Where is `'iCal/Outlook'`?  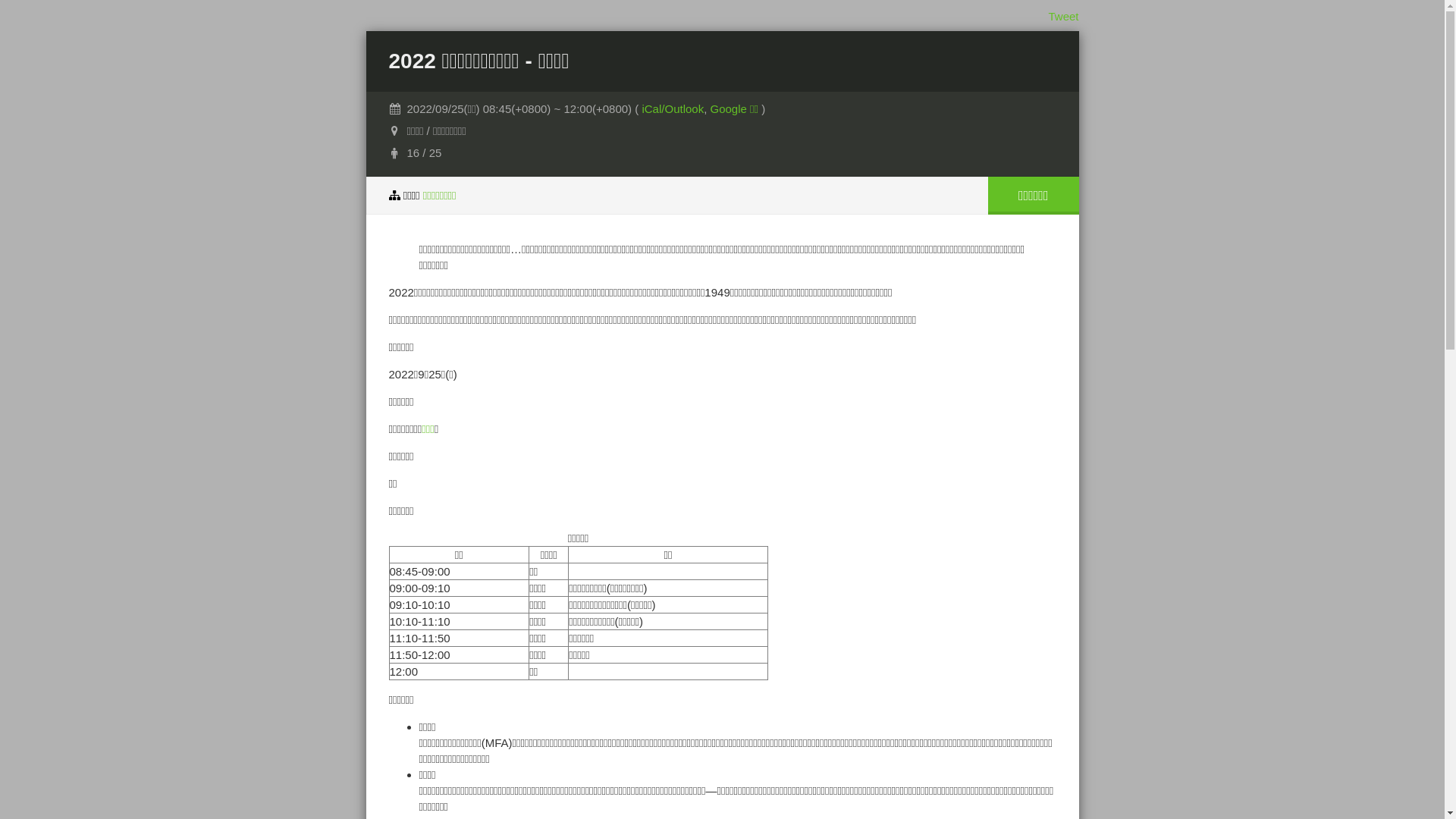
'iCal/Outlook' is located at coordinates (672, 108).